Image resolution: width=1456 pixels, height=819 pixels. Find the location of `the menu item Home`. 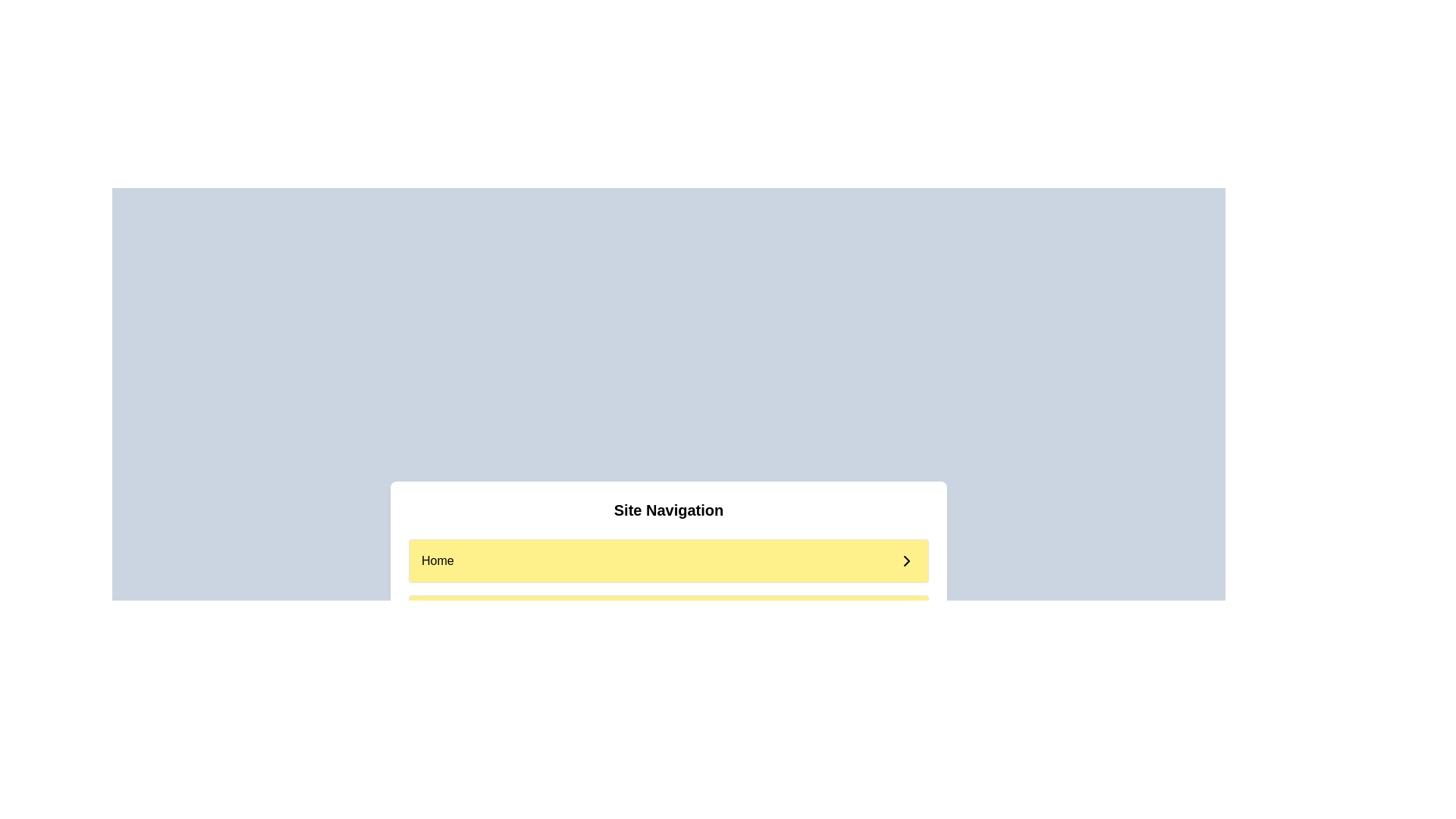

the menu item Home is located at coordinates (668, 561).